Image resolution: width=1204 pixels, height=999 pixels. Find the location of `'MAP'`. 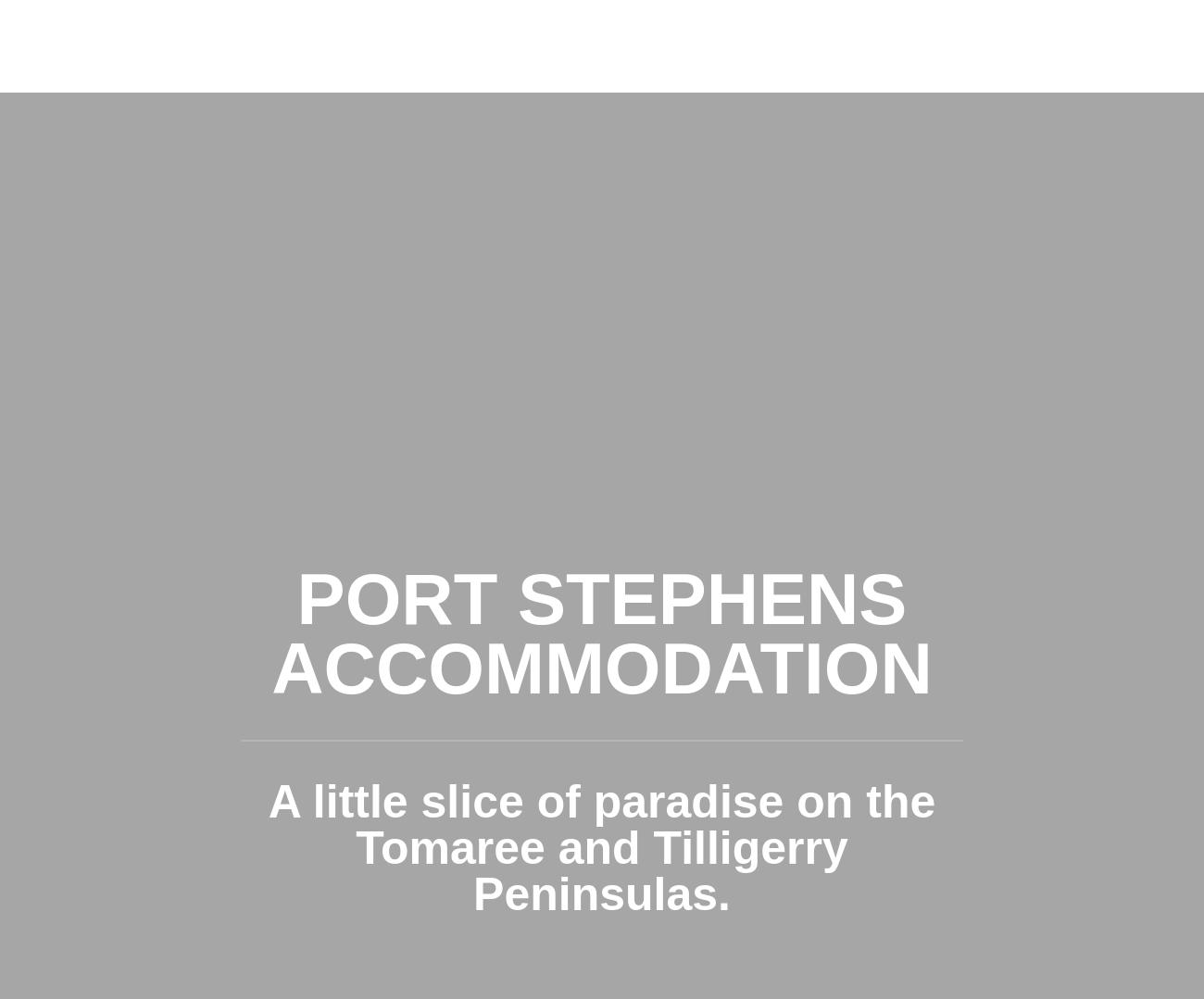

'MAP' is located at coordinates (1003, 366).